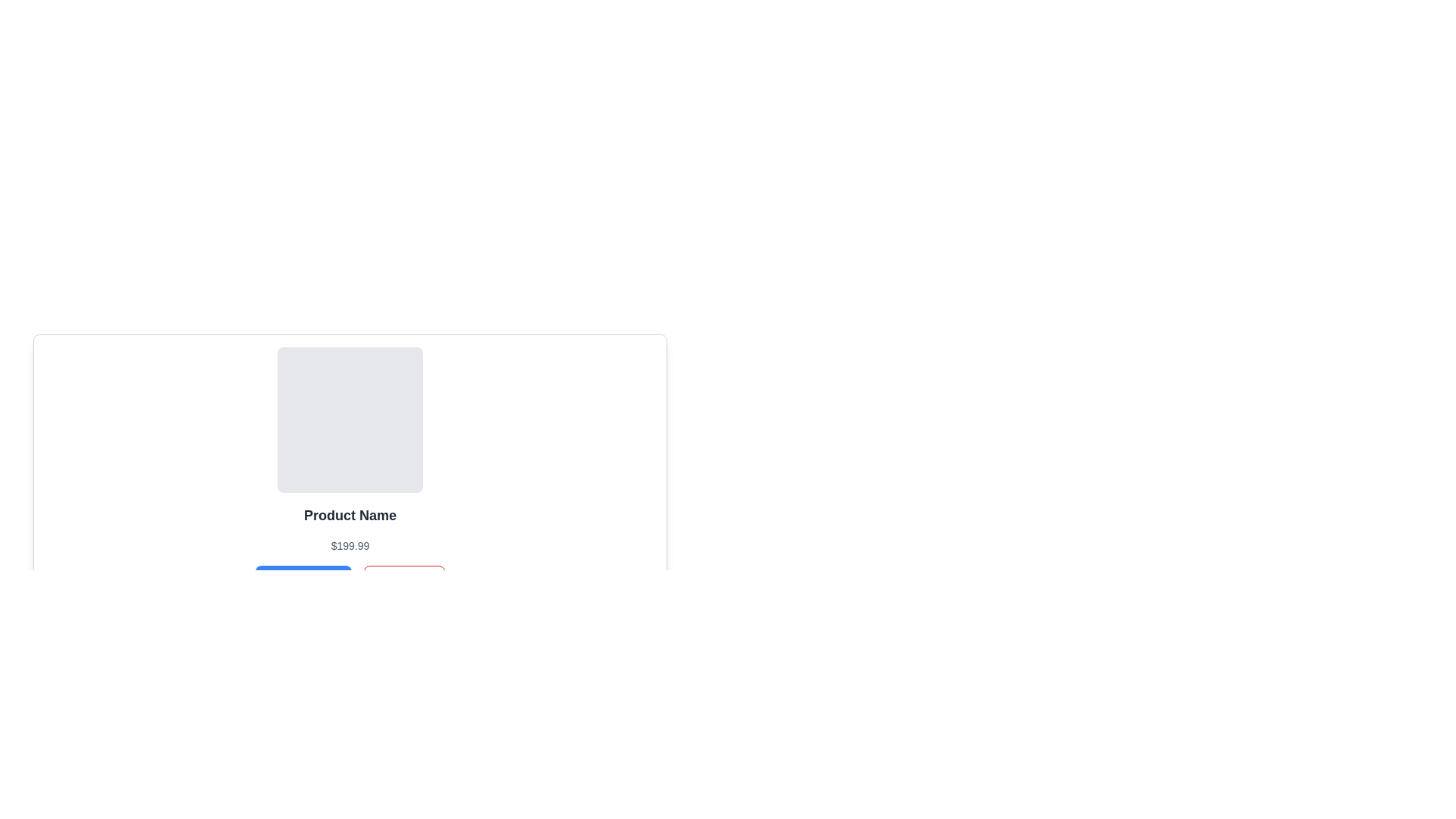 This screenshot has width=1456, height=819. Describe the element at coordinates (404, 579) in the screenshot. I see `the second interactive button under the product details, located to the right of the 'Add to Cart' button, to observe hover effects` at that location.